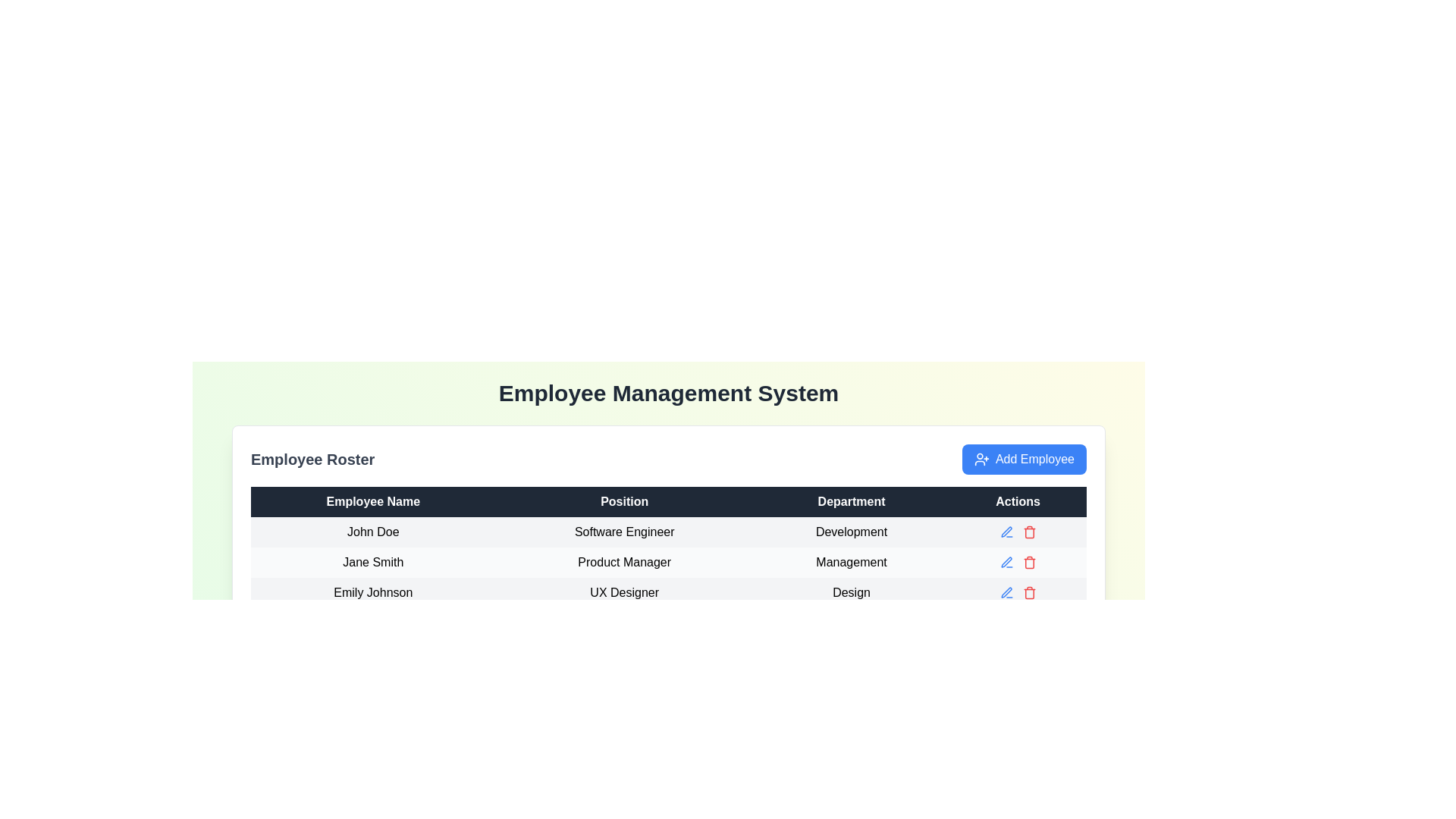  I want to click on the bold text label at the top center of the interface, which serves as the title for the employee management application, so click(668, 393).